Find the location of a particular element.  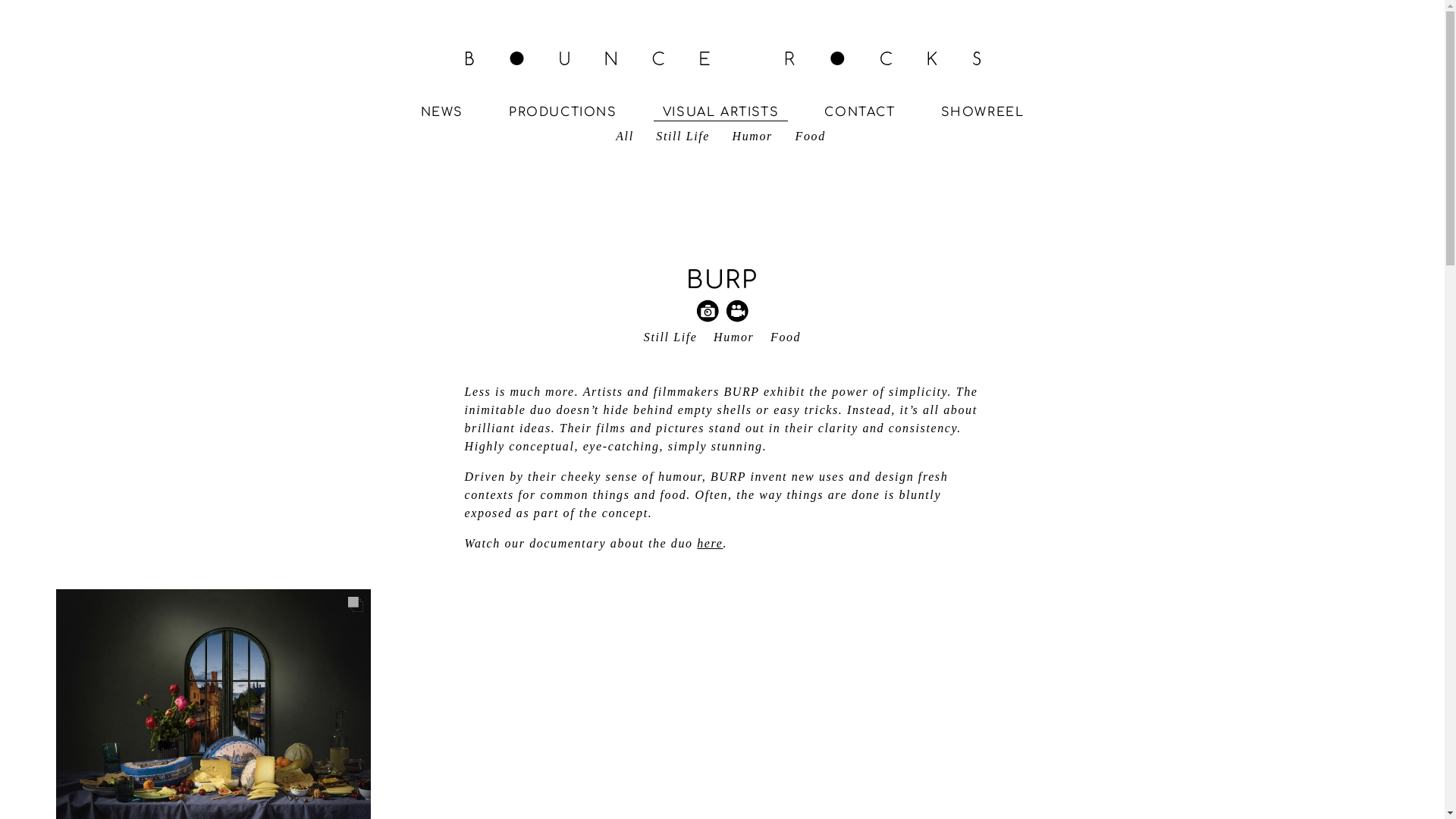

'Humor' is located at coordinates (733, 336).